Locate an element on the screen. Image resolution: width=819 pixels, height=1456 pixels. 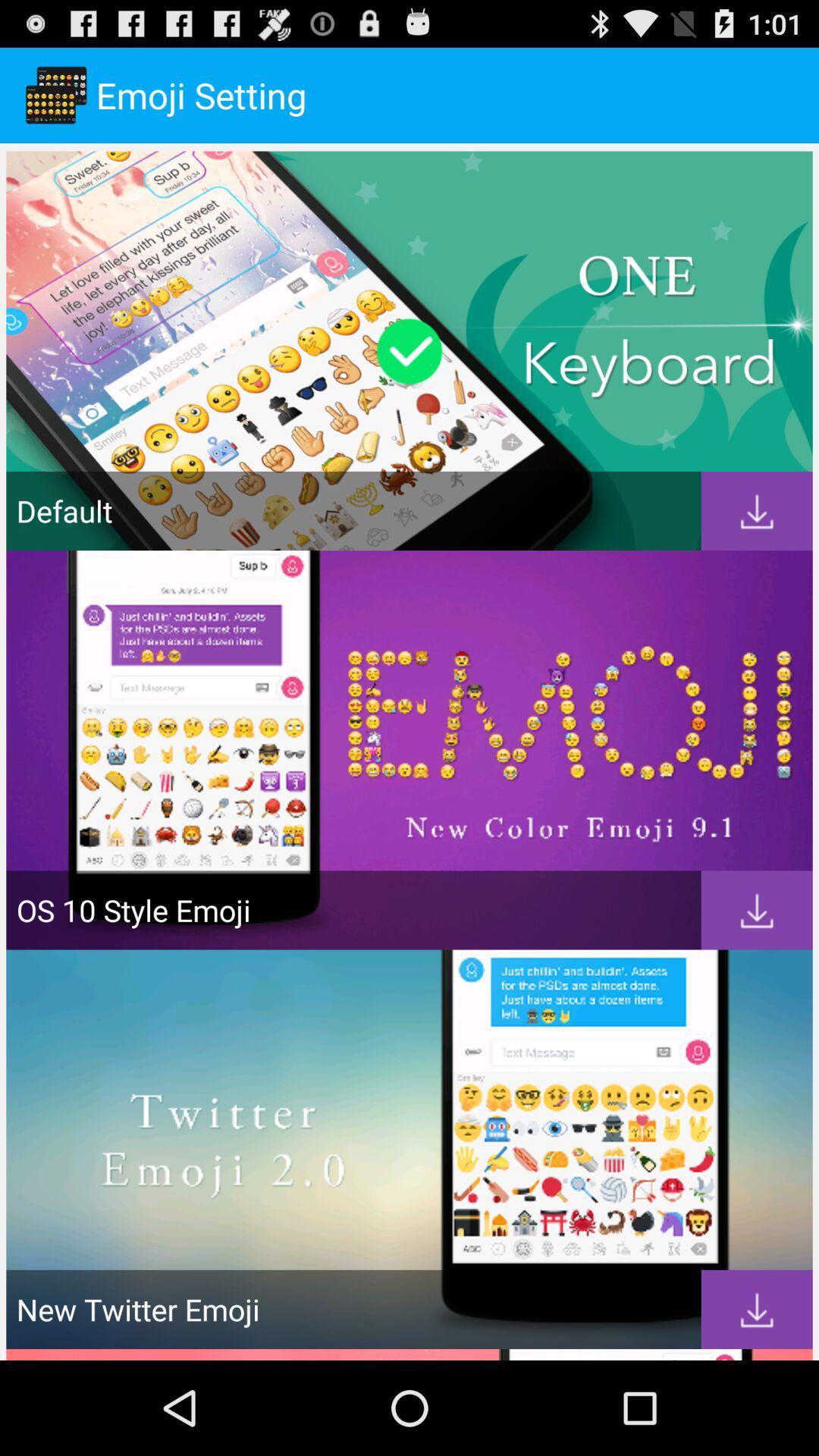
scrolls down page is located at coordinates (757, 910).